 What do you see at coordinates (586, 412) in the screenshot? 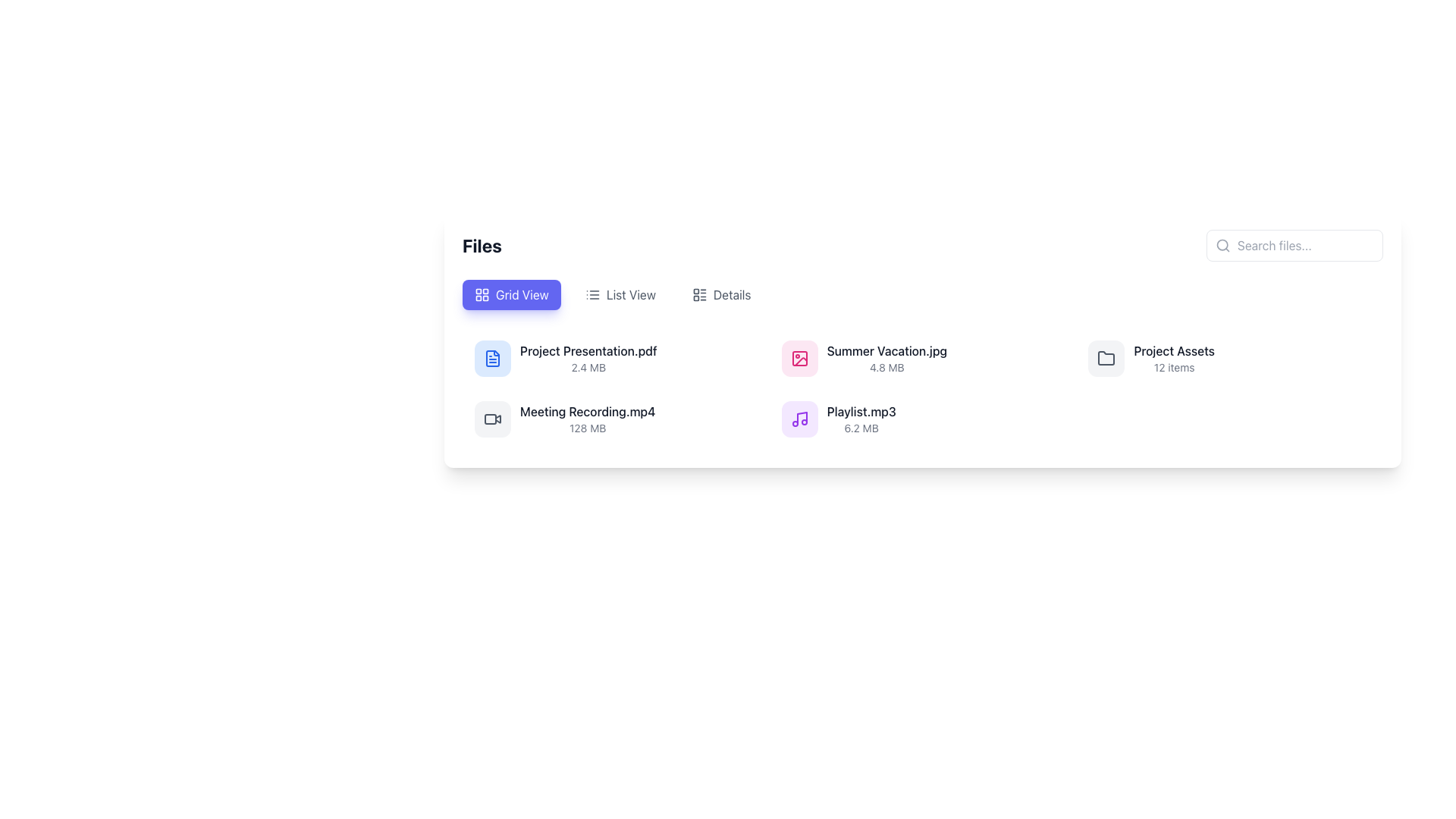
I see `the text label displaying 'Meeting Recording.mp4'` at bounding box center [586, 412].